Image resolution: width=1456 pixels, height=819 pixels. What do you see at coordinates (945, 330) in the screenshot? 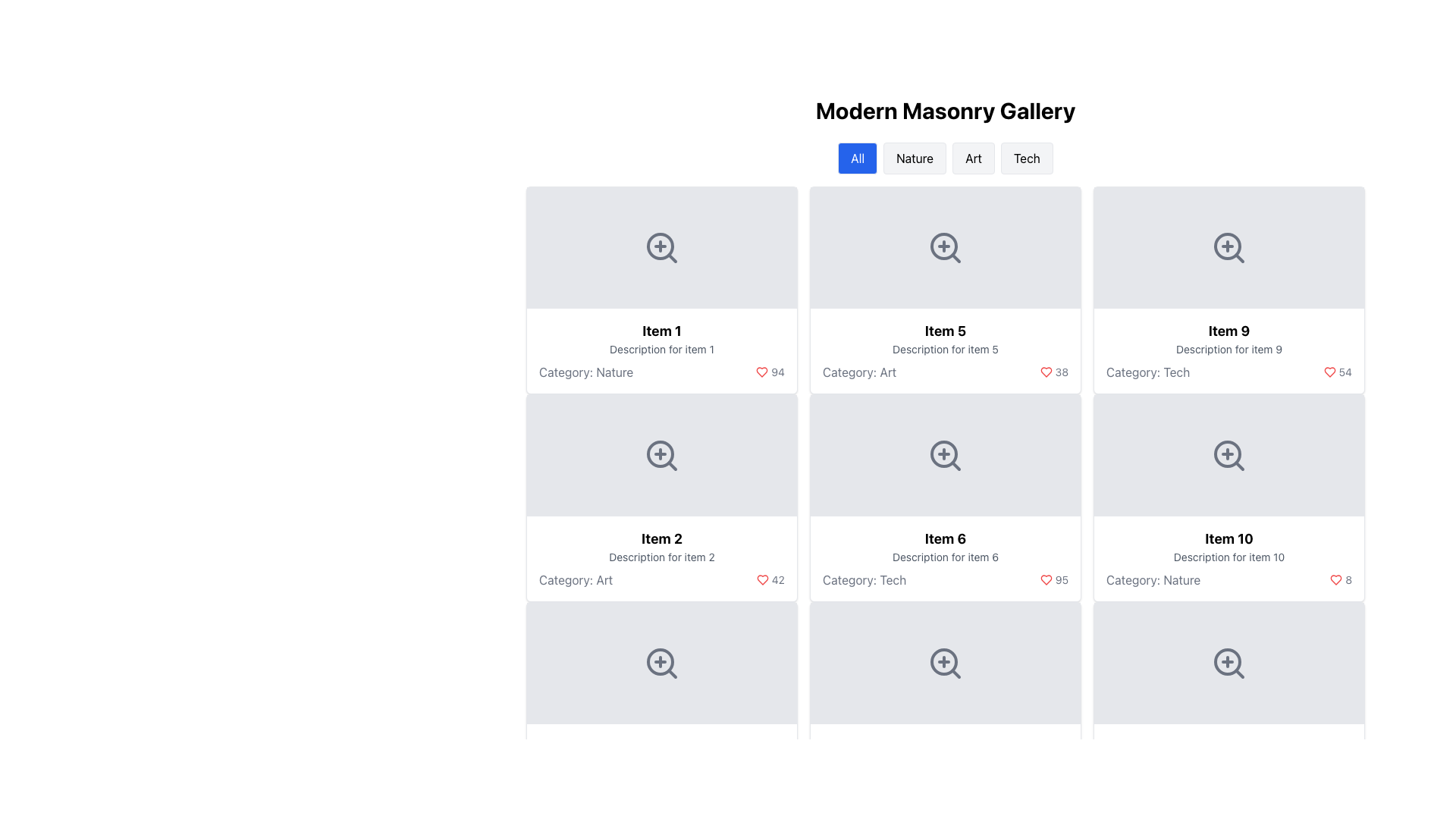
I see `the text element reading 'Item 5', which is bold and large, located at the top of its card in the second column of a grid layout` at bounding box center [945, 330].